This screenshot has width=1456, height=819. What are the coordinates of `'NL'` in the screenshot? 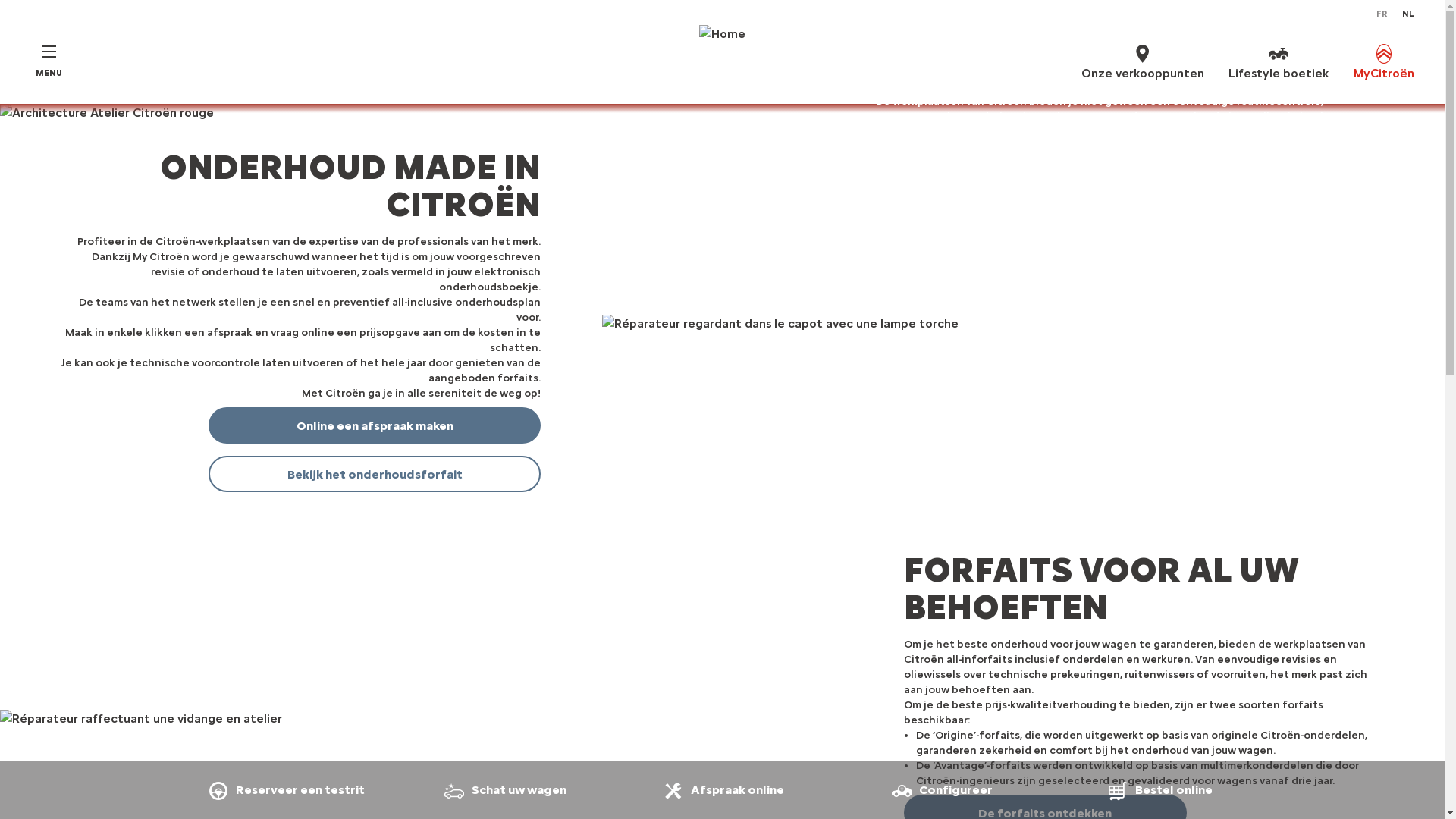 It's located at (1407, 14).